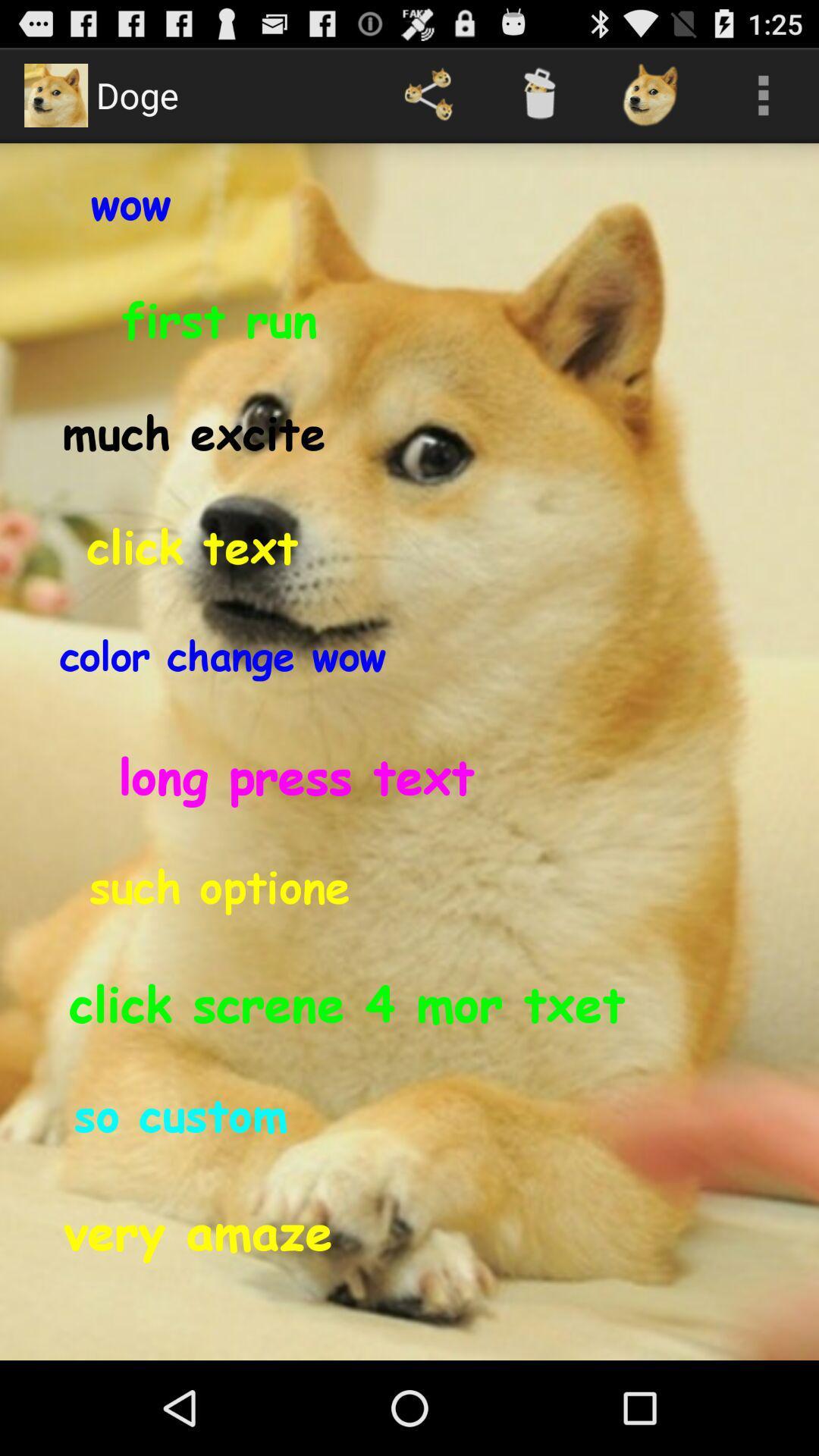 The image size is (819, 1456). What do you see at coordinates (428, 94) in the screenshot?
I see `item to the right of the doge item` at bounding box center [428, 94].